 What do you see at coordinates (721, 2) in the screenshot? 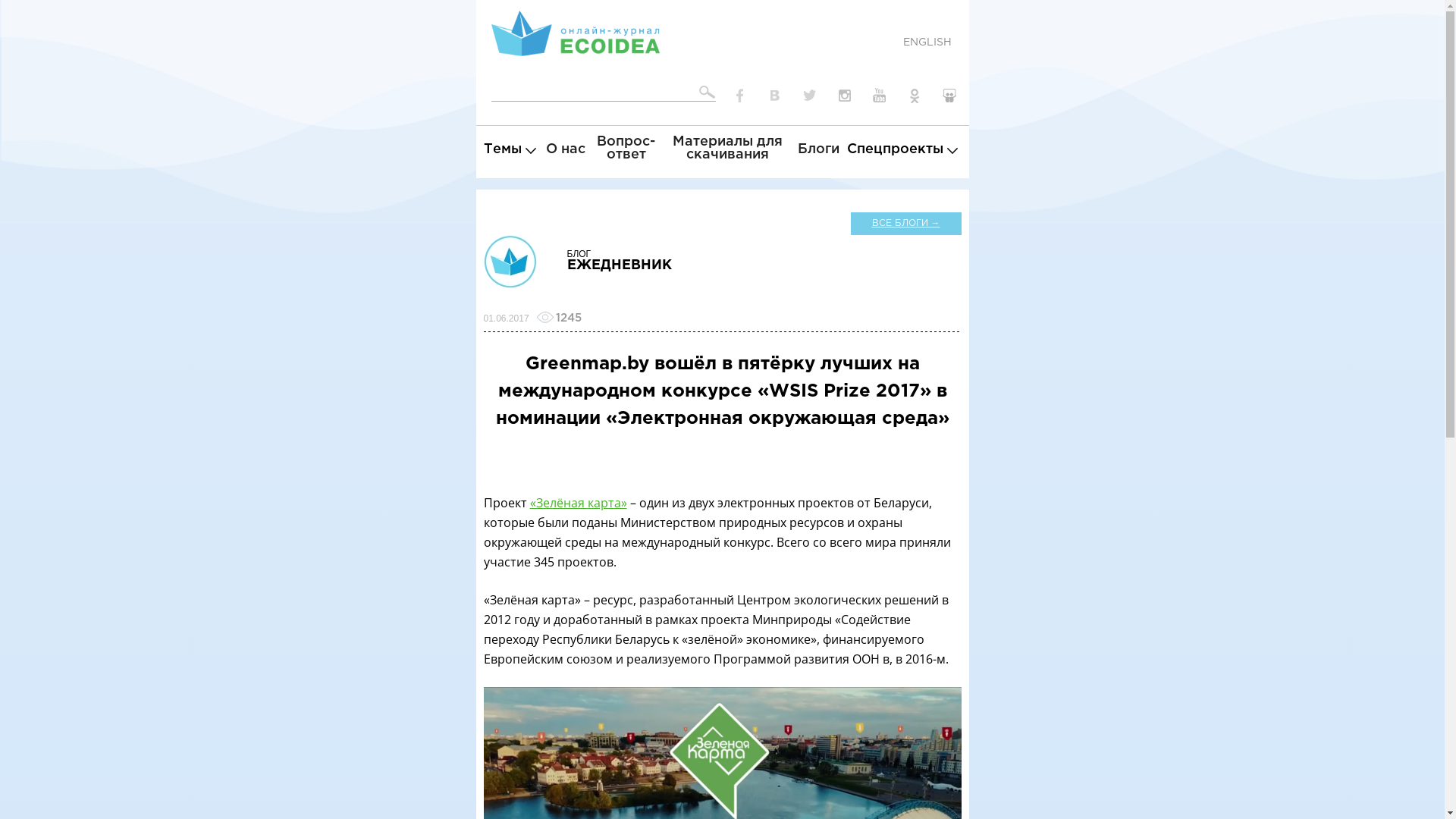
I see `'Jump to navigation'` at bounding box center [721, 2].